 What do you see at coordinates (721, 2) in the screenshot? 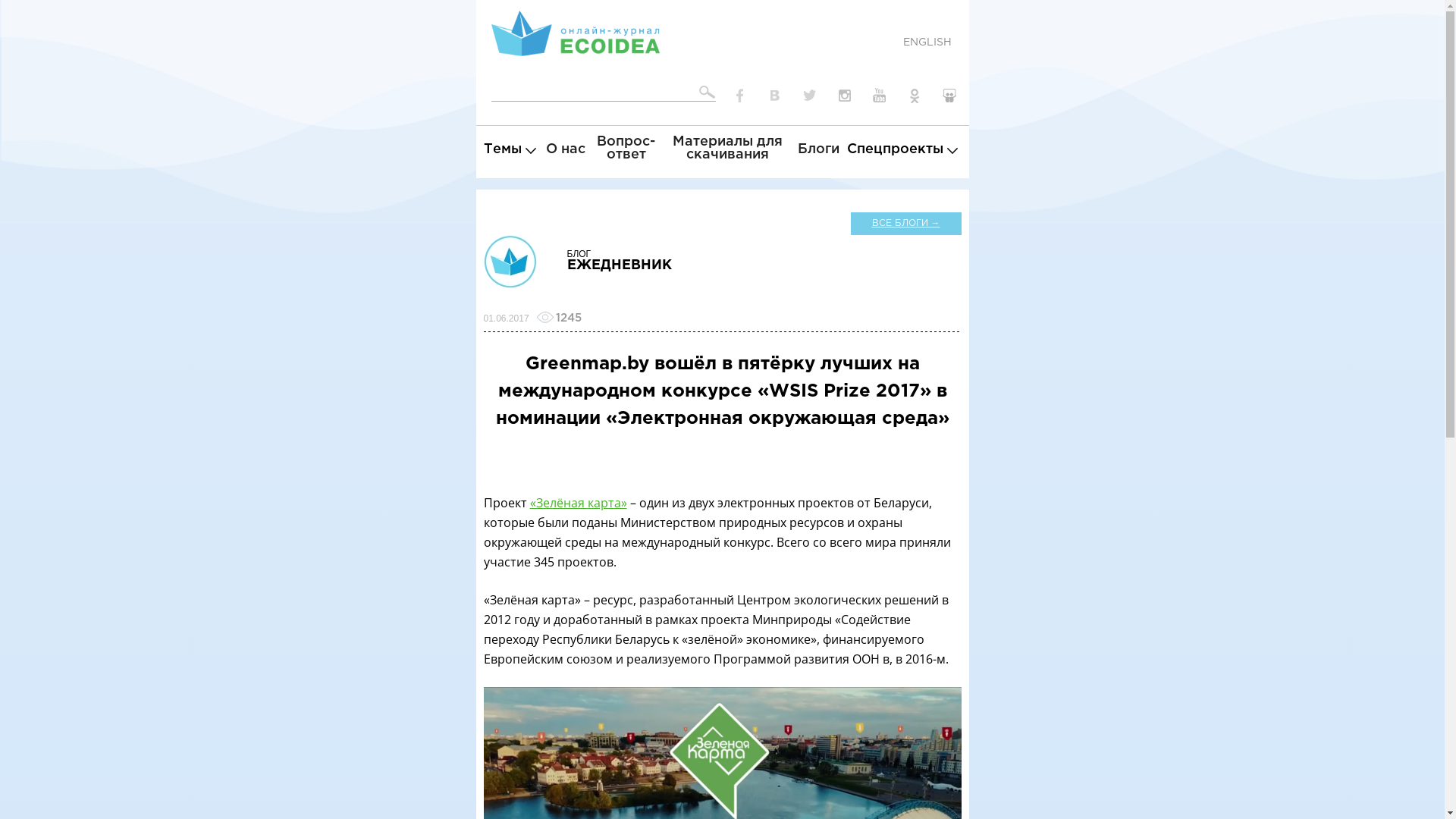
I see `'Jump to navigation'` at bounding box center [721, 2].